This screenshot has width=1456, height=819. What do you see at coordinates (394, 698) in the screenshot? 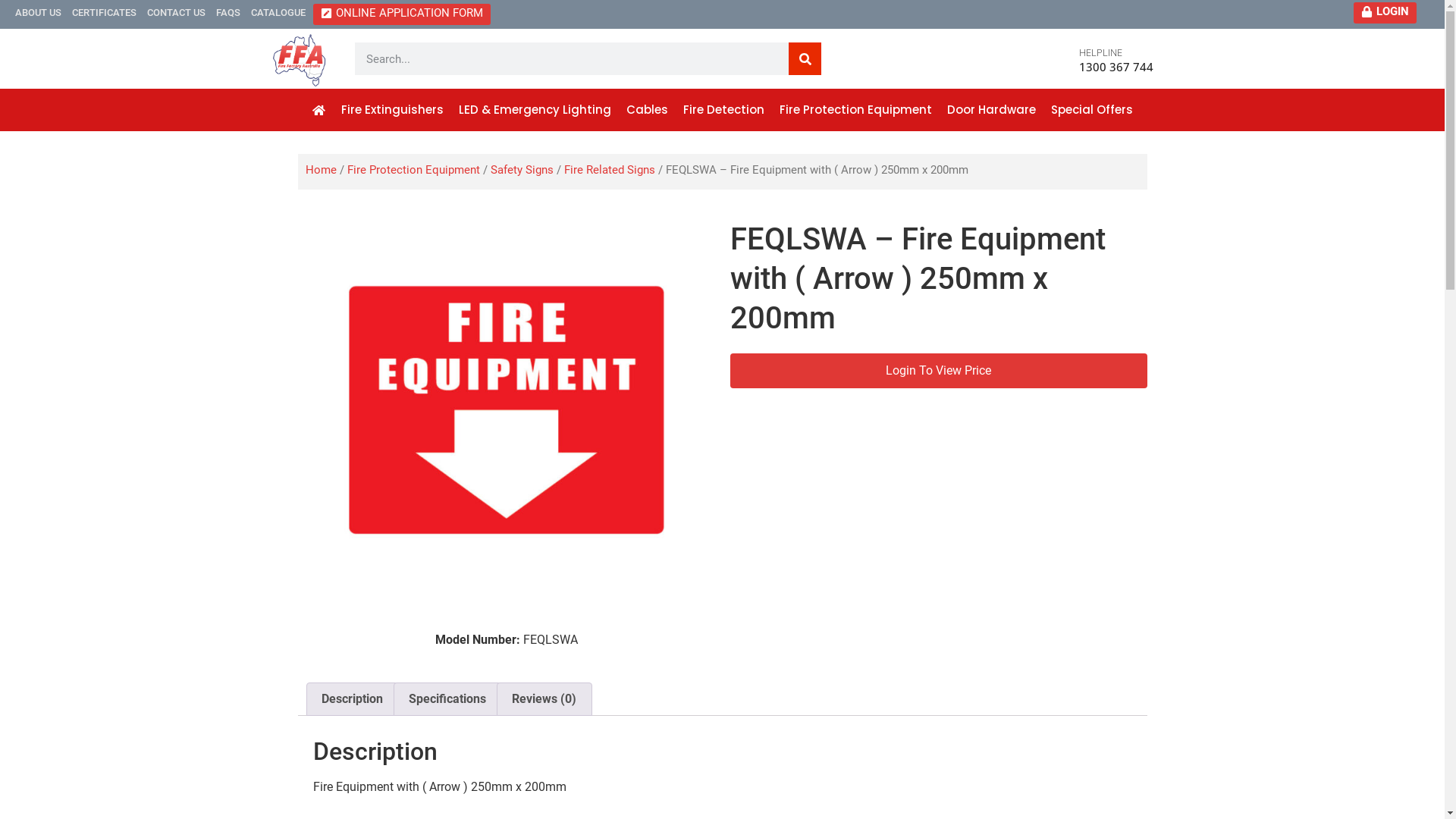
I see `'Specifications'` at bounding box center [394, 698].